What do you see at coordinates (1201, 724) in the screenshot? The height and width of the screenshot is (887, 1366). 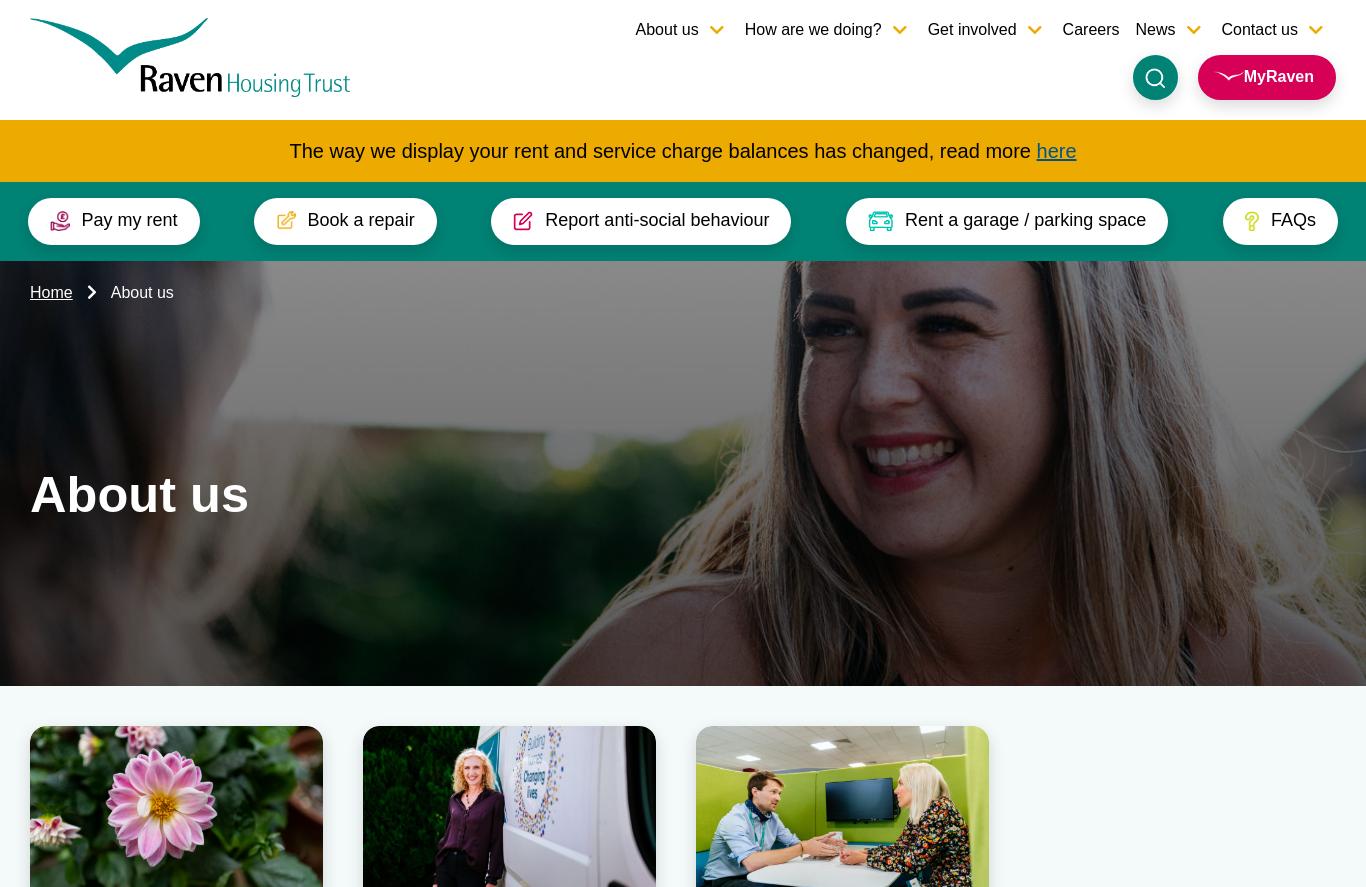 I see `'Gender pay report'` at bounding box center [1201, 724].